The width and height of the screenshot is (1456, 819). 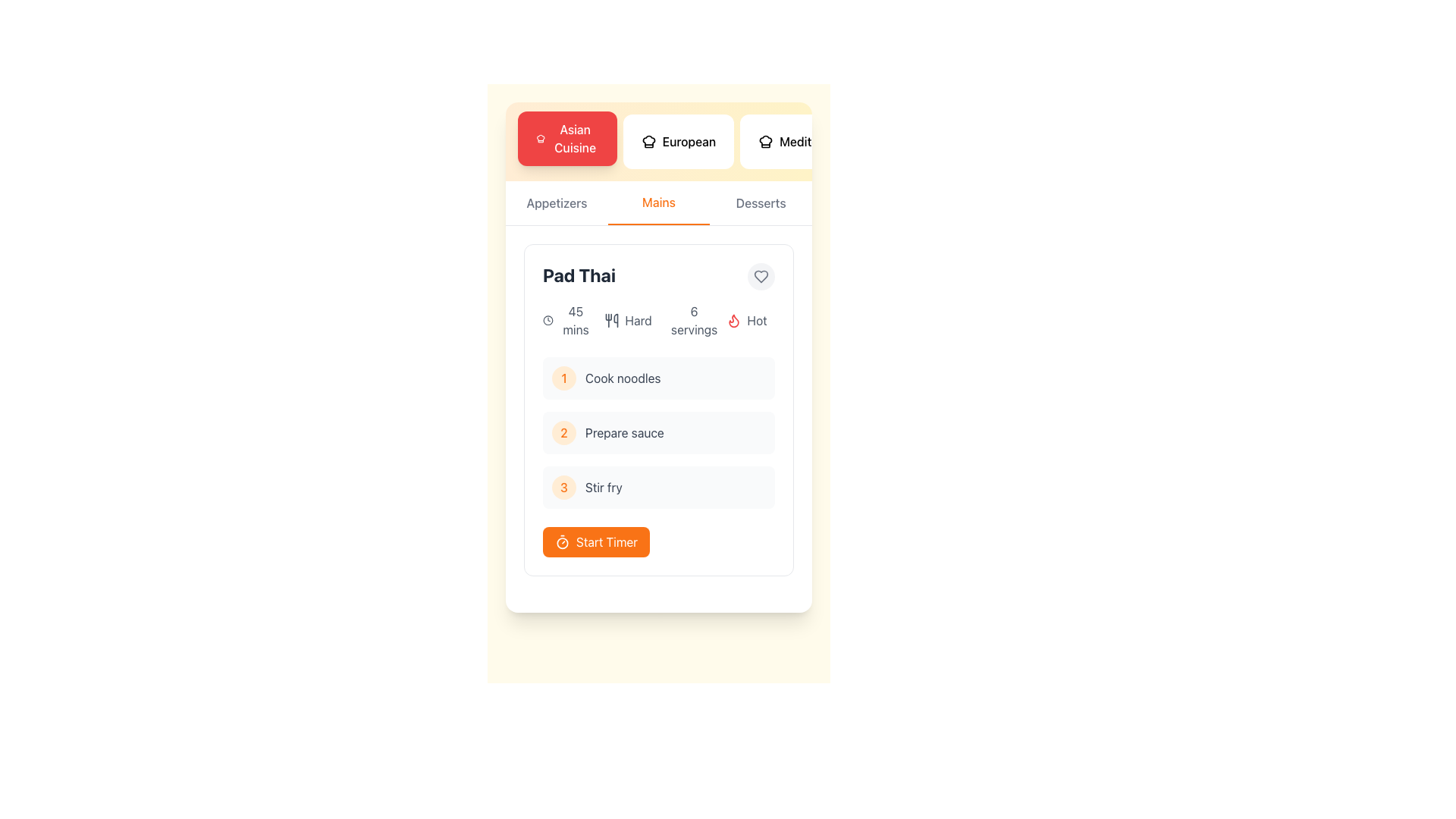 I want to click on the 'Asian Cuisine' button, which is a rectangular button with a red background and white text featuring a chef hat icon, so click(x=566, y=138).